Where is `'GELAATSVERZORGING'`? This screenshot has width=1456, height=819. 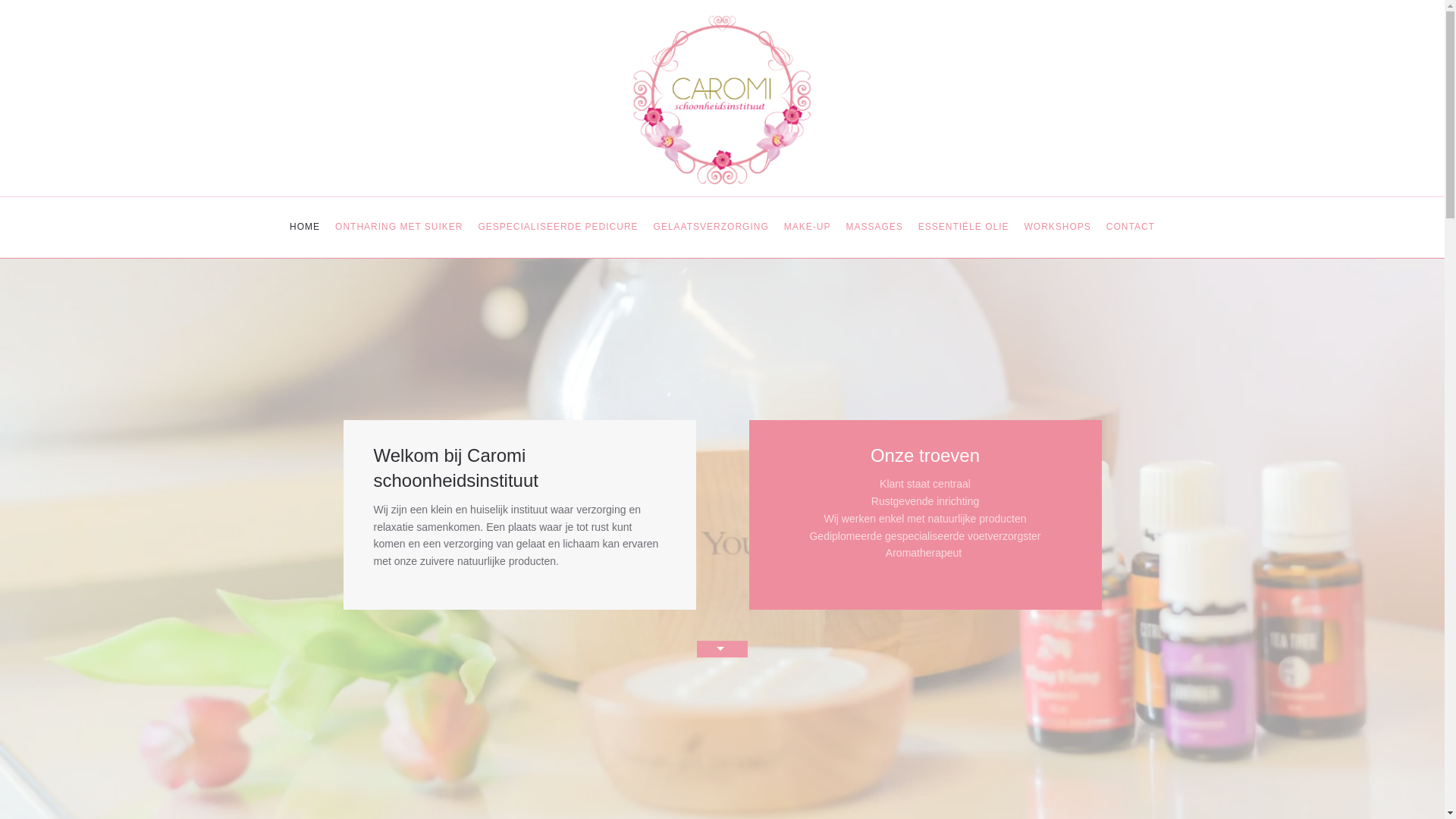 'GELAATSVERZORGING' is located at coordinates (710, 227).